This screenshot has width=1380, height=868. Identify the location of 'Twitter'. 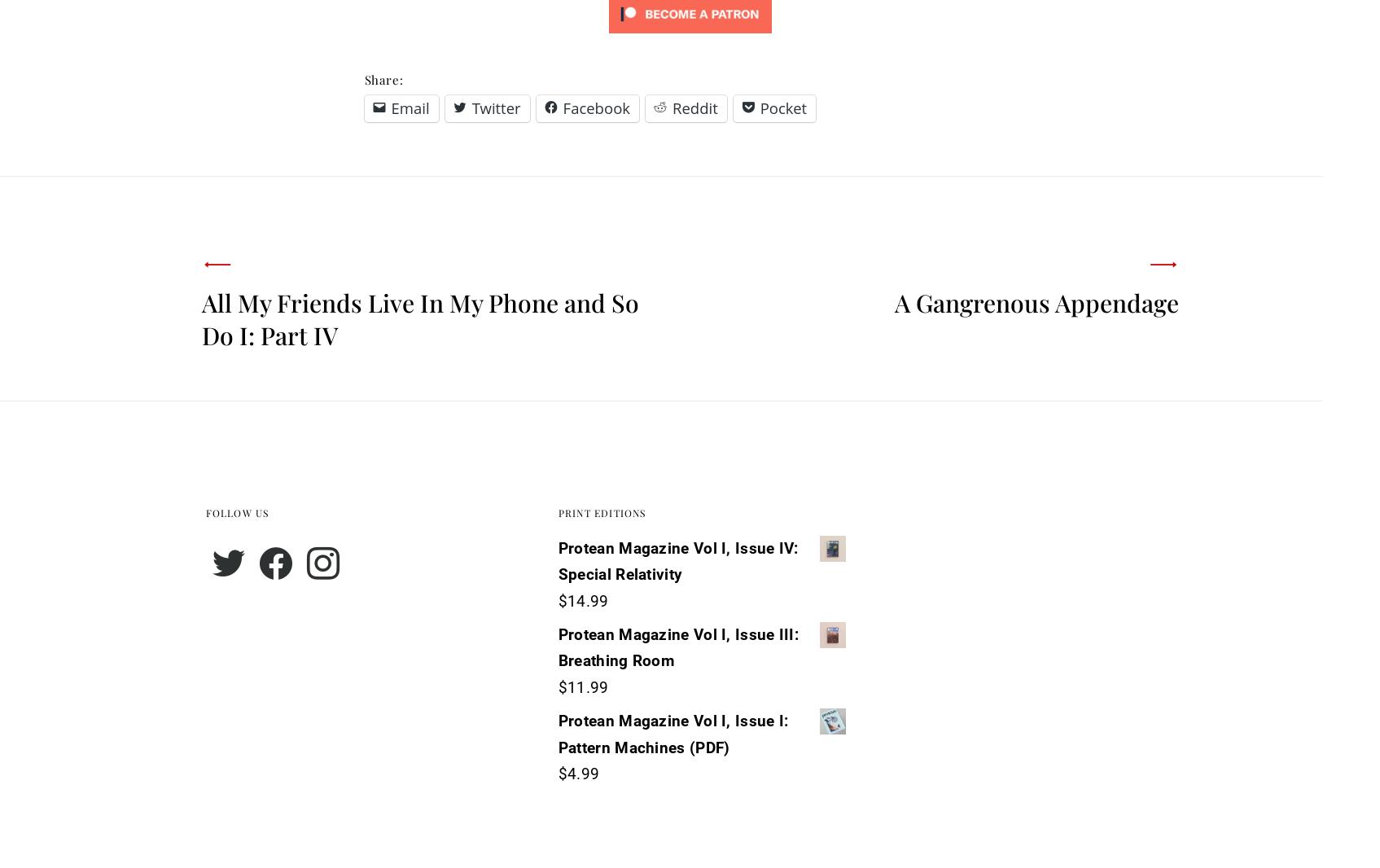
(495, 106).